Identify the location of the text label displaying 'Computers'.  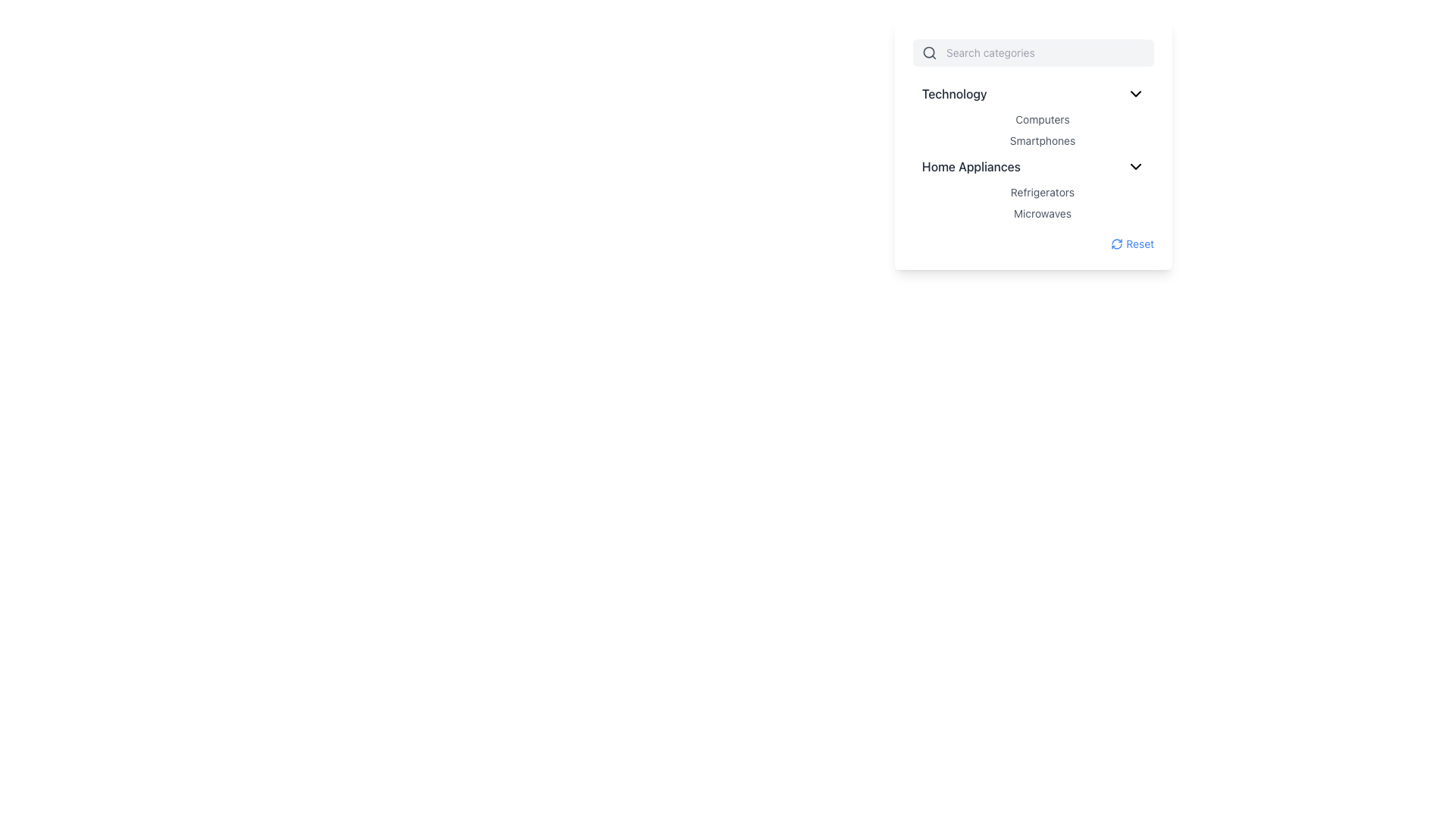
(1041, 119).